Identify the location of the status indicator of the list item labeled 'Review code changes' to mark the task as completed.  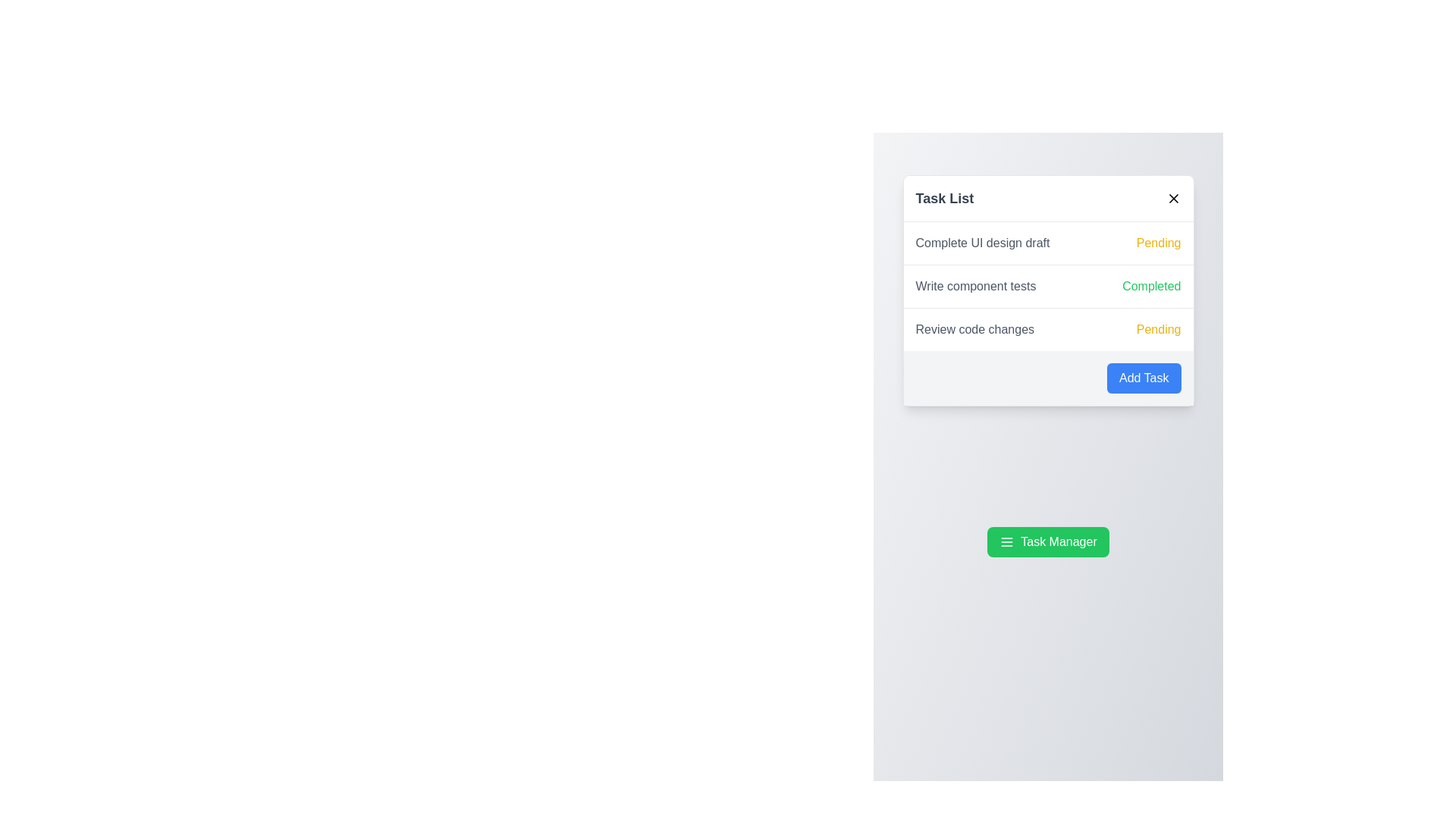
(1047, 328).